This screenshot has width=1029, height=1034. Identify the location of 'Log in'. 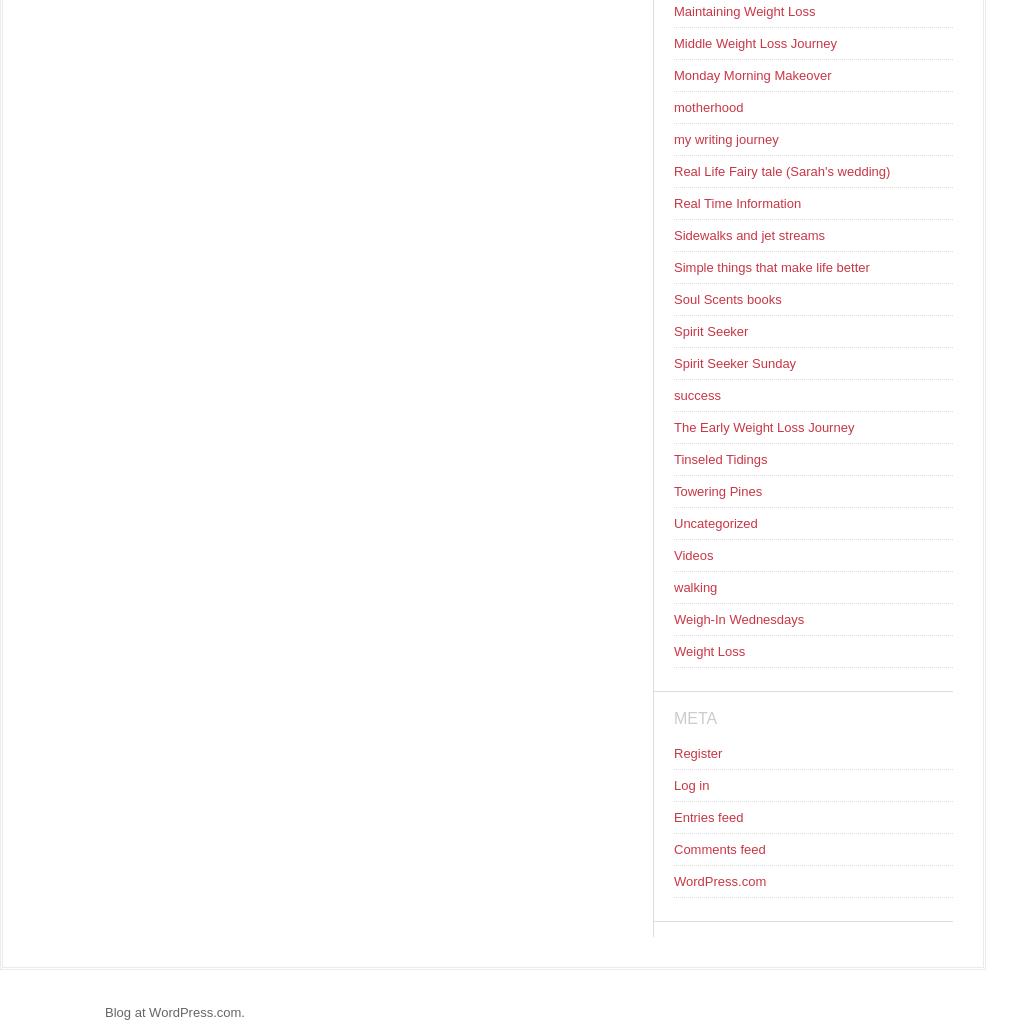
(690, 784).